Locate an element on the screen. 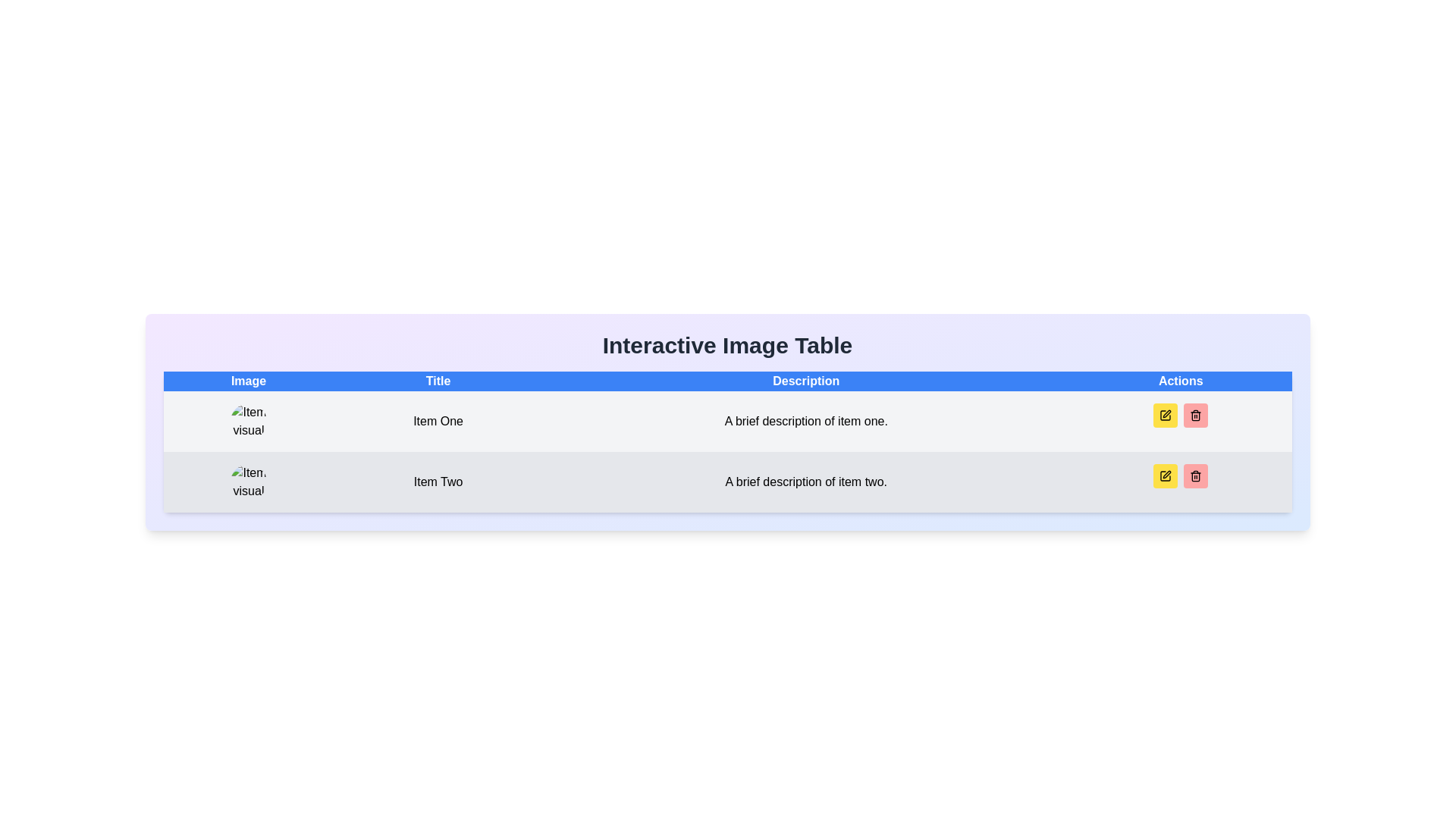 The image size is (1456, 819). the 'Title' text label, which is a column header in the table, centered on a blue background with white font is located at coordinates (438, 380).